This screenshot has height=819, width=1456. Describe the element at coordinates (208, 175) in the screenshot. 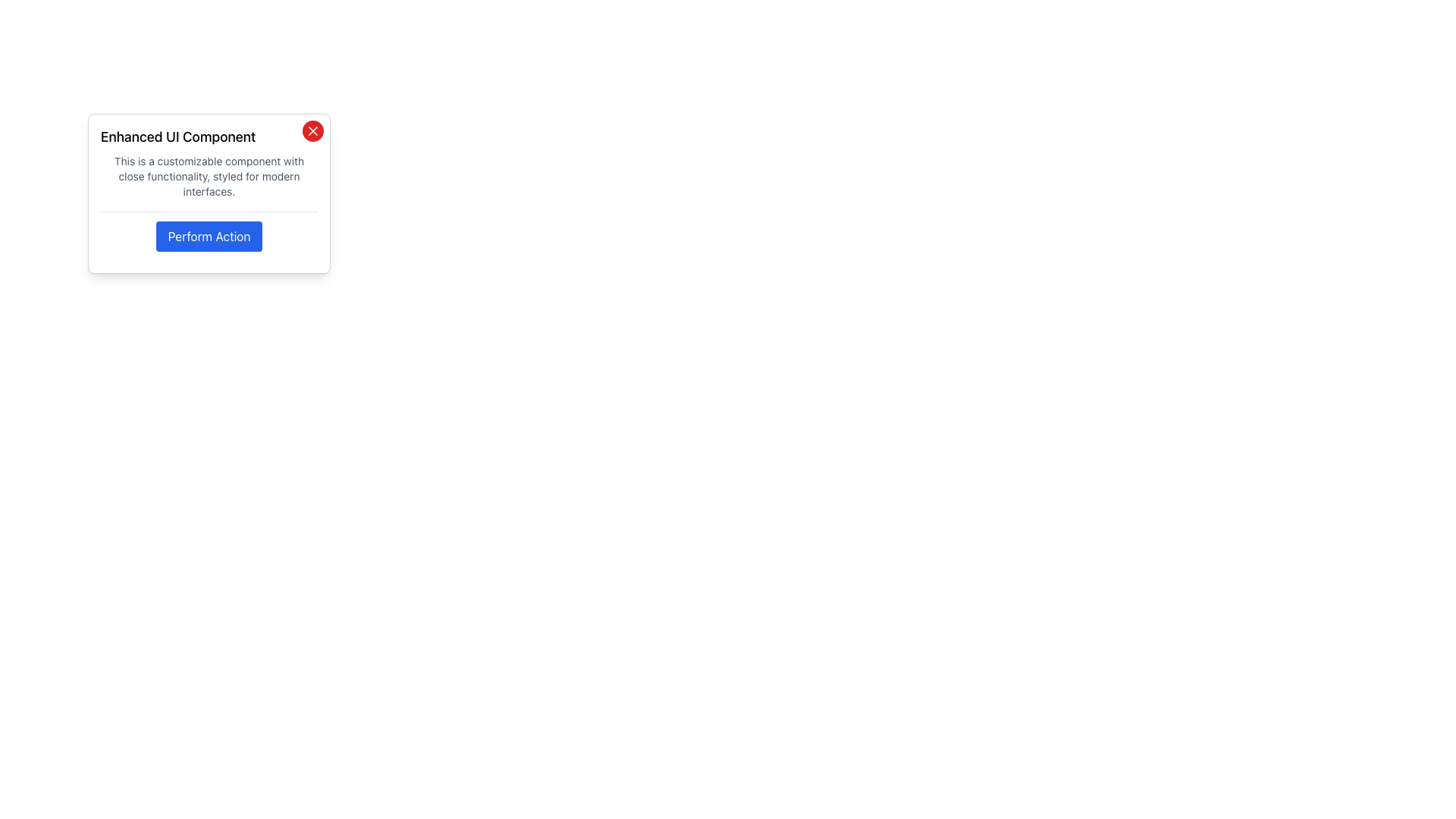

I see `text label that displays 'This is a customizable component with close functionality, styled for modern interfaces.' located within a card-like interface, positioned below the heading 'Enhanced UI Component' and above the button 'Perform Action.'` at that location.